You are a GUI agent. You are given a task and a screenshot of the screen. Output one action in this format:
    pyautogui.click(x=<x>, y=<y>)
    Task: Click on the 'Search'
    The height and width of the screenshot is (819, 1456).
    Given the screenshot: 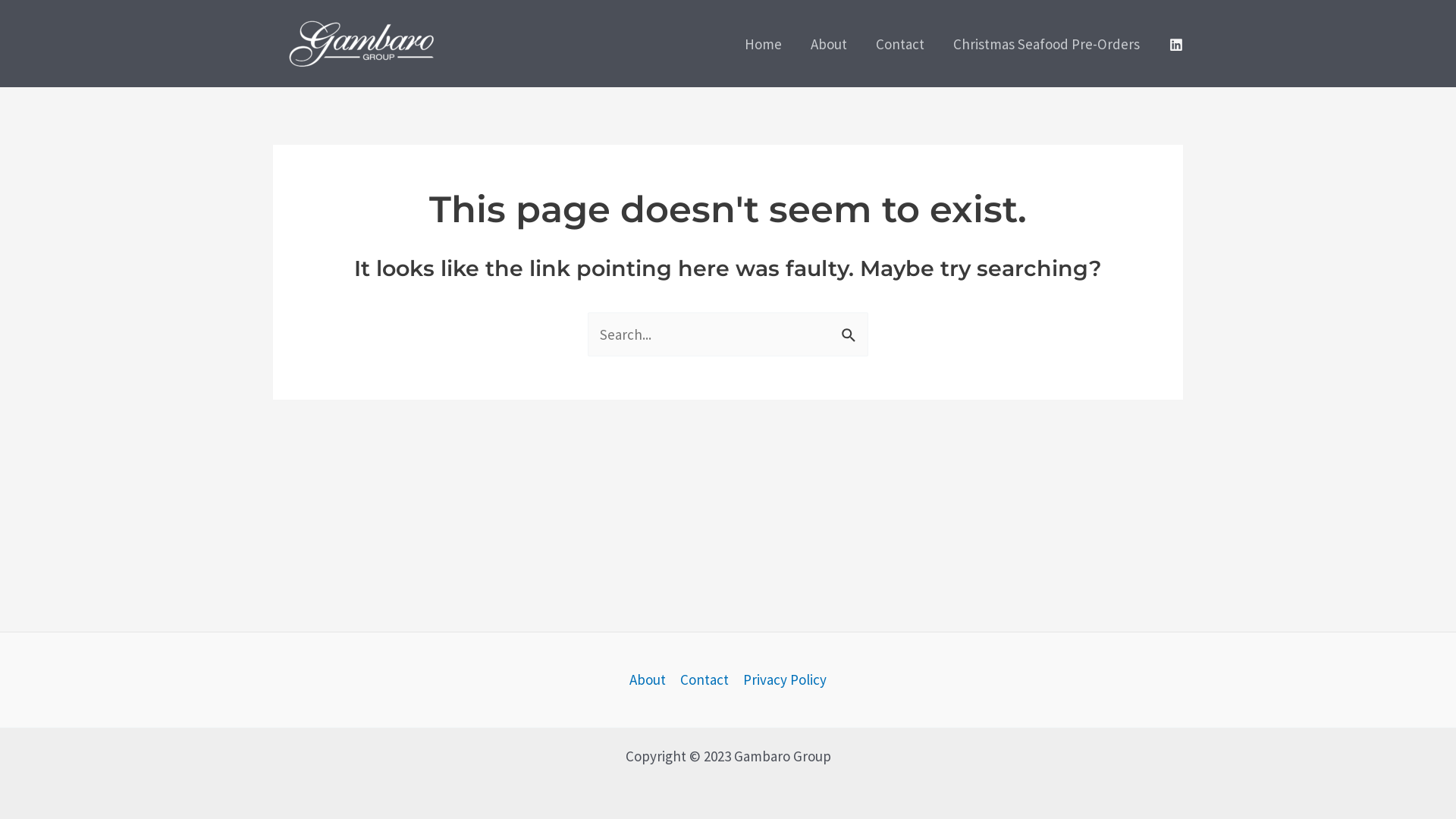 What is the action you would take?
    pyautogui.click(x=851, y=329)
    